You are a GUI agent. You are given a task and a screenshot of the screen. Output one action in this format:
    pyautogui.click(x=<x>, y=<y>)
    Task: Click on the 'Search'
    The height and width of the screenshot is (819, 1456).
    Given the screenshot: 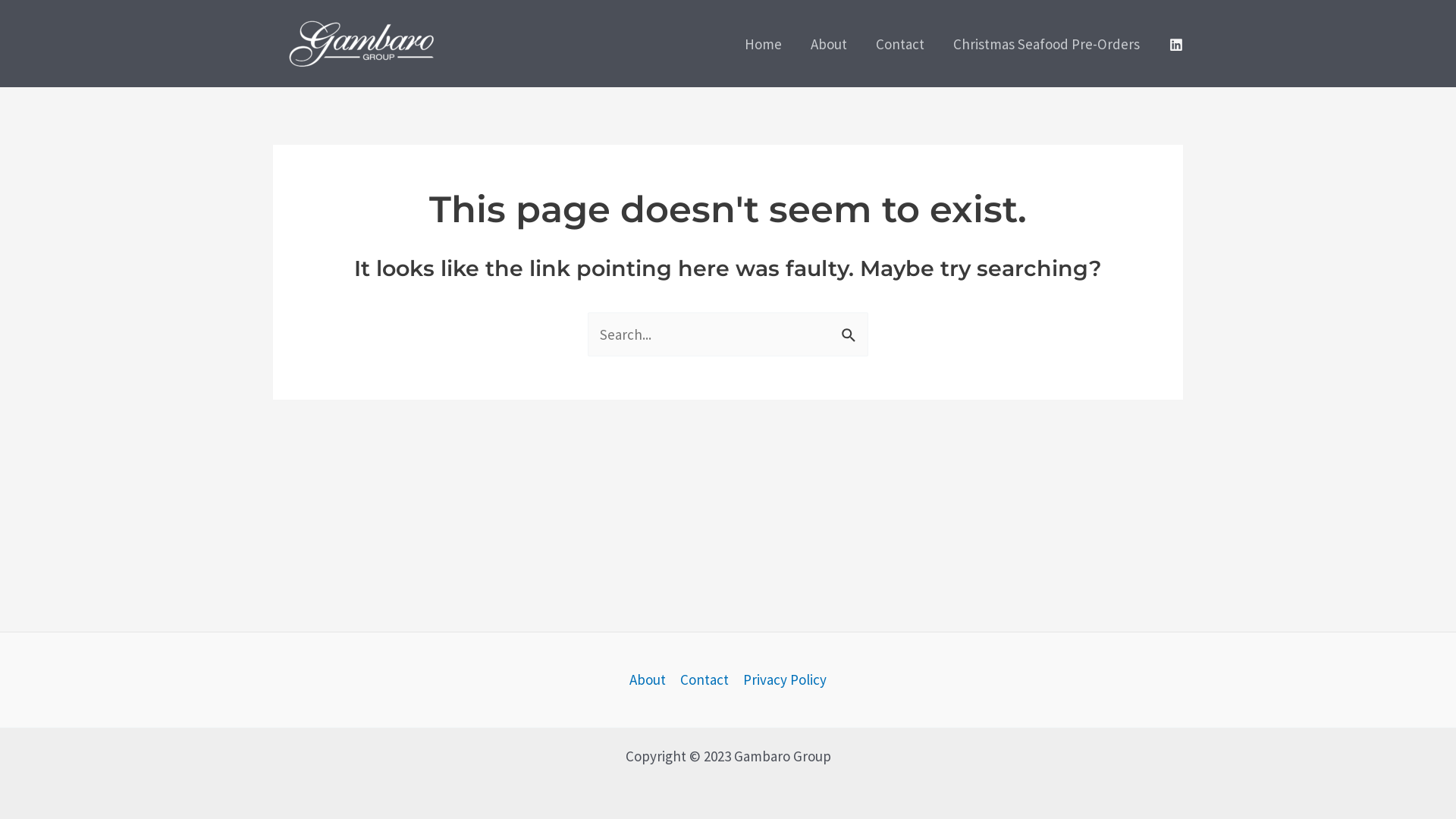 What is the action you would take?
    pyautogui.click(x=851, y=329)
    